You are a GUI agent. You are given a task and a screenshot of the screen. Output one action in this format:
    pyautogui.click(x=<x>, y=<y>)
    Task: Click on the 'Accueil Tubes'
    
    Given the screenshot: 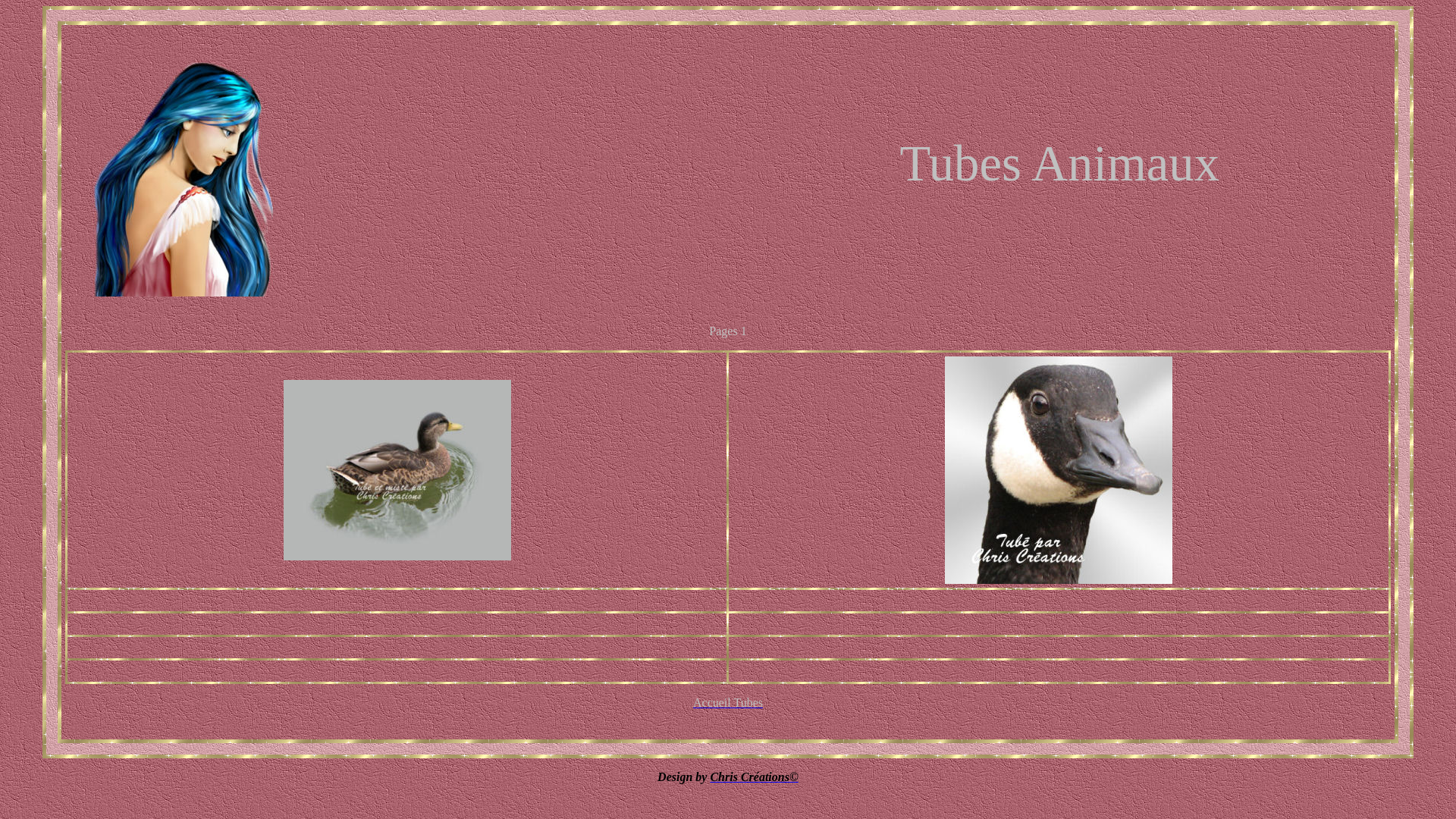 What is the action you would take?
    pyautogui.click(x=728, y=702)
    